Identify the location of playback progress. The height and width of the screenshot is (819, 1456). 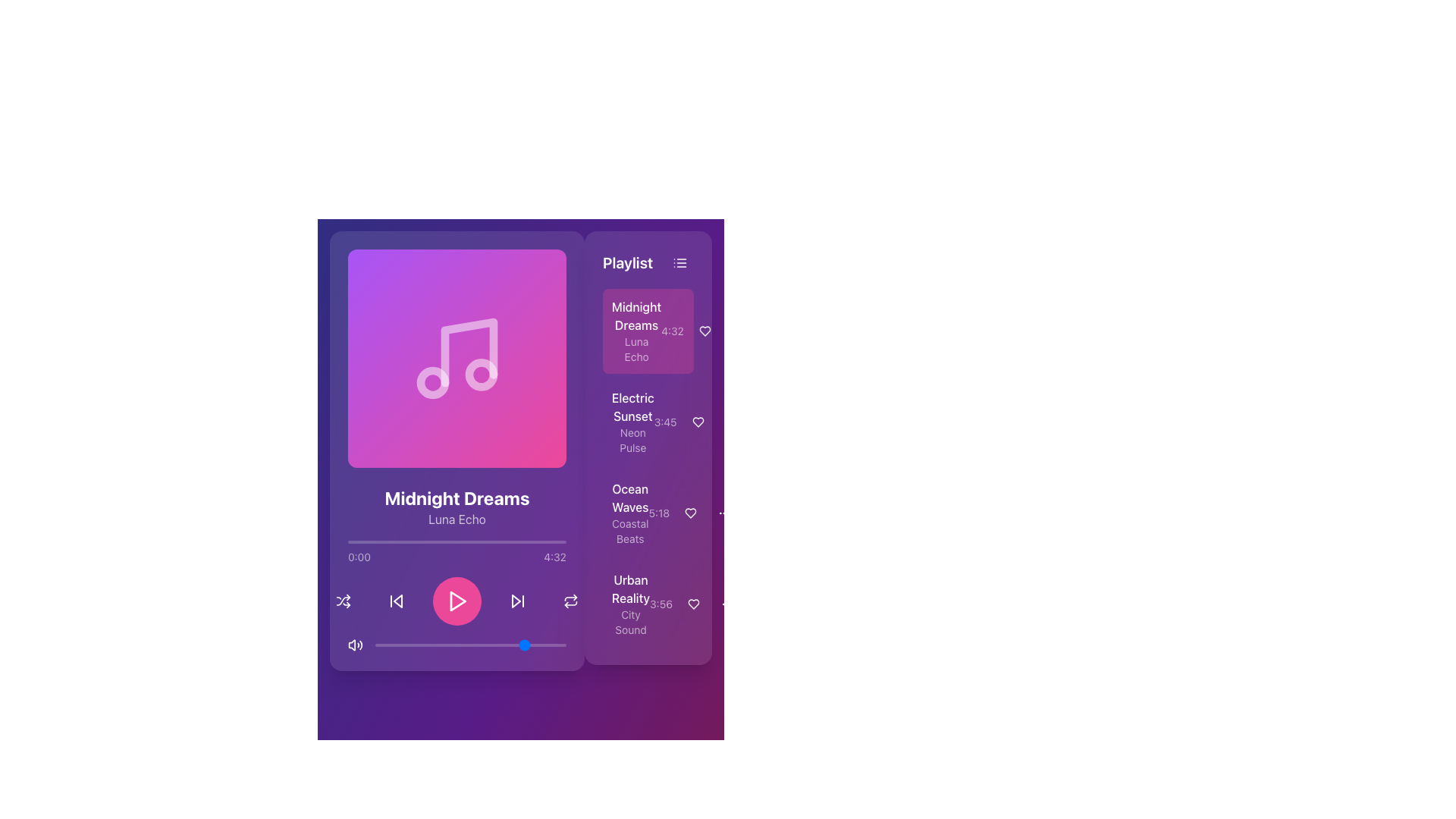
(468, 645).